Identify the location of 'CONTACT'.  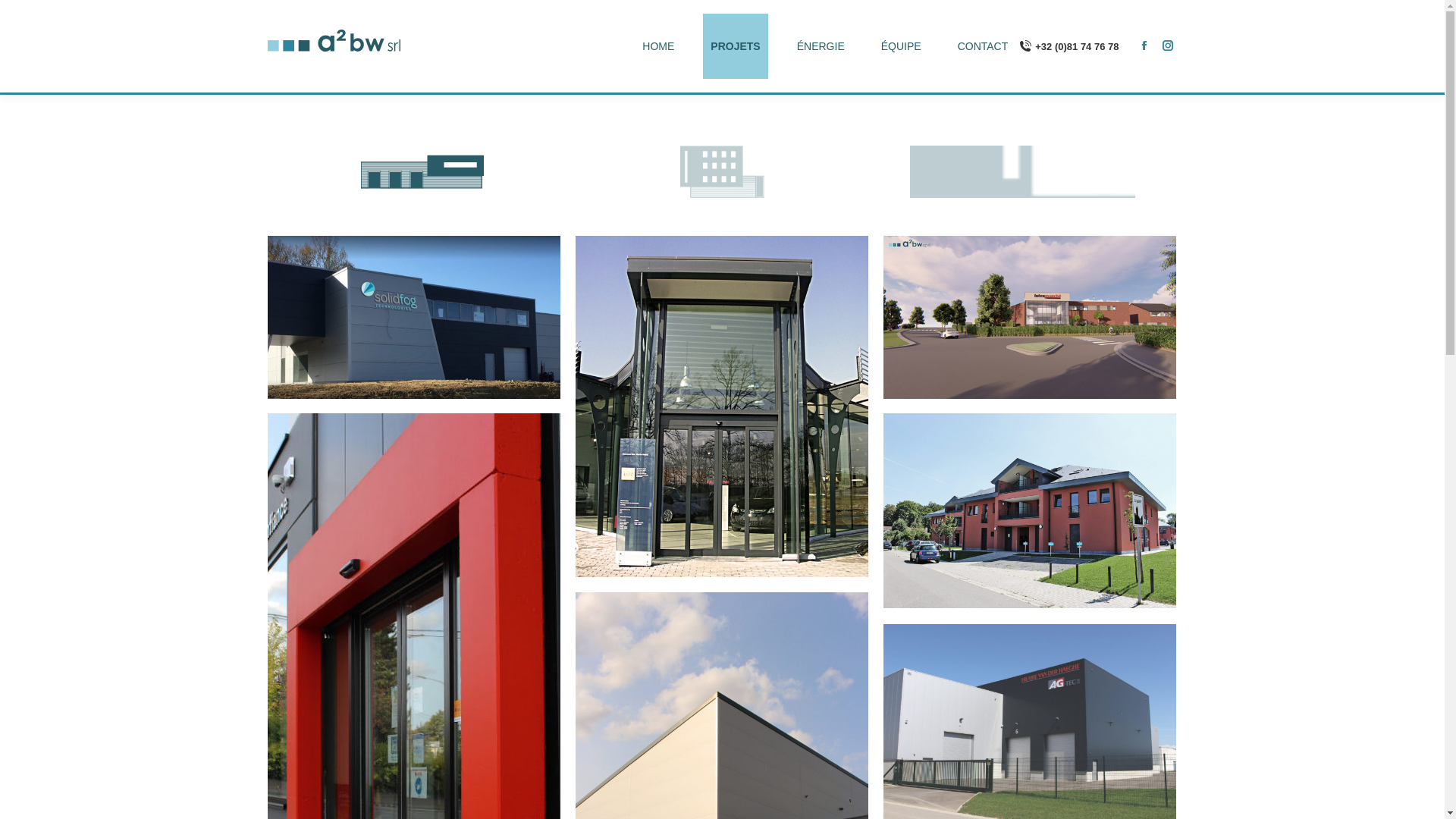
(949, 45).